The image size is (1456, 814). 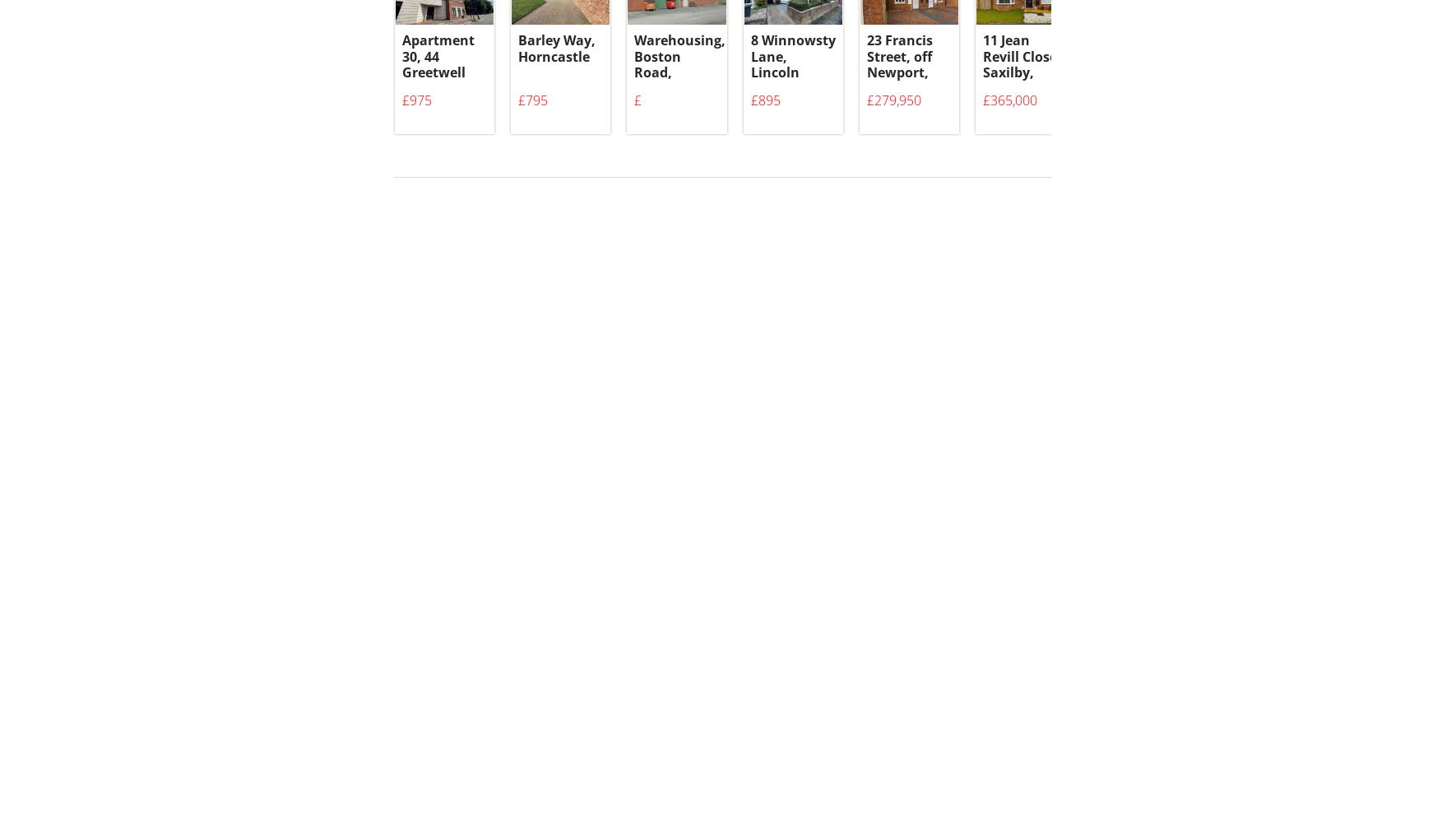 What do you see at coordinates (867, 73) in the screenshot?
I see `'23 Francis Street, off Newport, Lincoln'` at bounding box center [867, 73].